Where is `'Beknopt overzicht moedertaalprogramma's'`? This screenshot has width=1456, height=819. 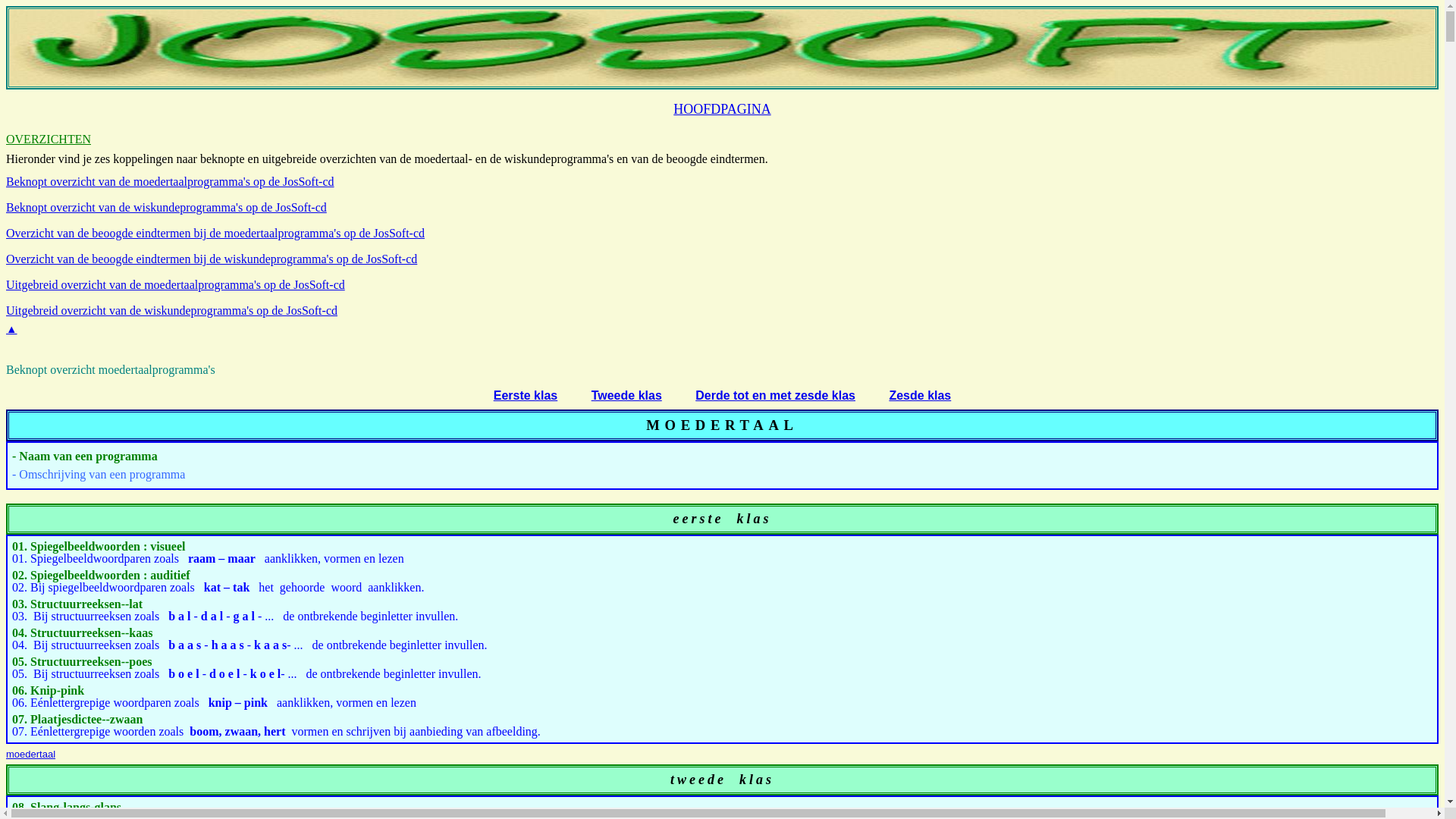 'Beknopt overzicht moedertaalprogramma's' is located at coordinates (109, 369).